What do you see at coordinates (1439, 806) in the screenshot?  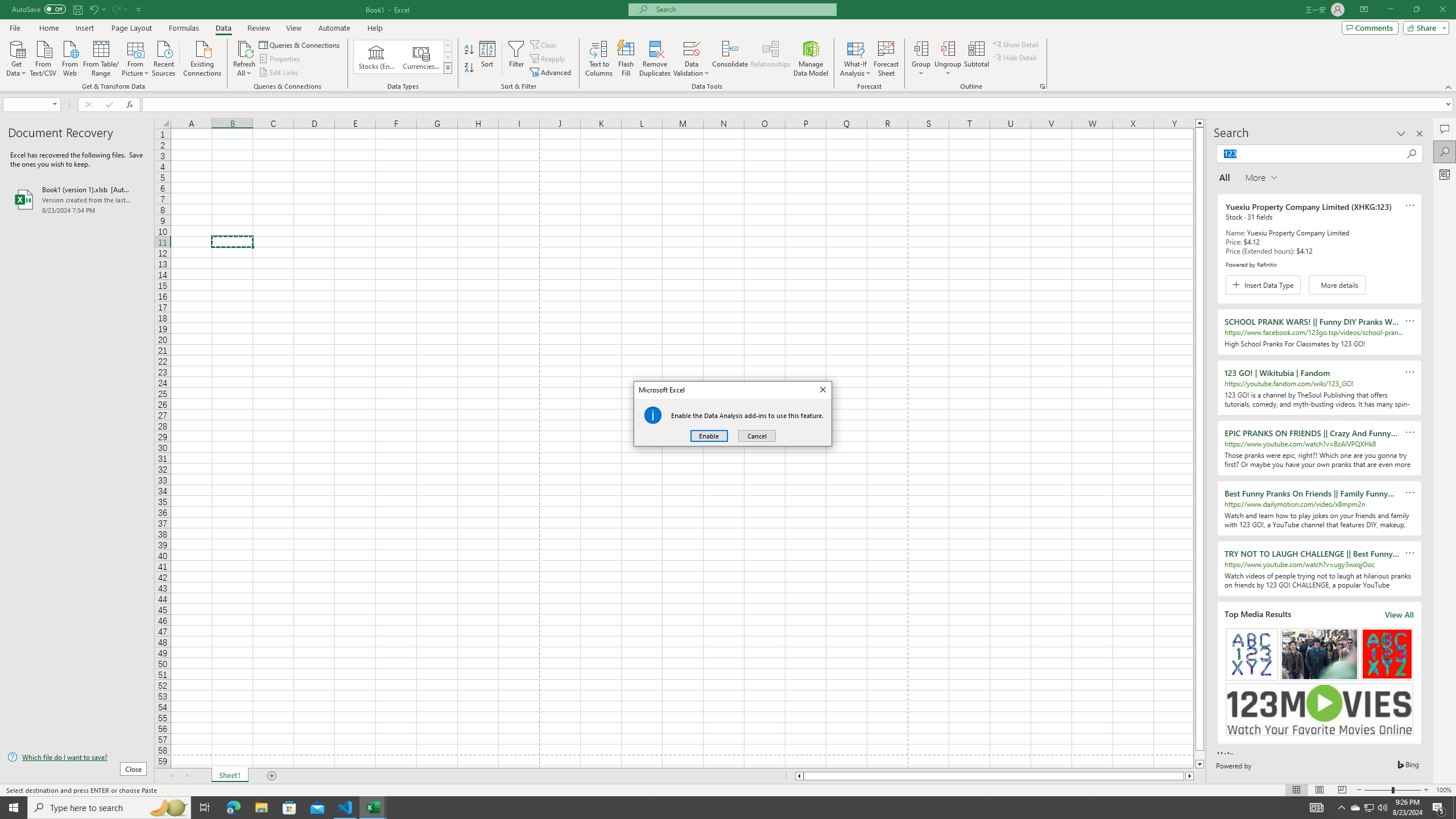 I see `'Action Center, 5 new notifications'` at bounding box center [1439, 806].